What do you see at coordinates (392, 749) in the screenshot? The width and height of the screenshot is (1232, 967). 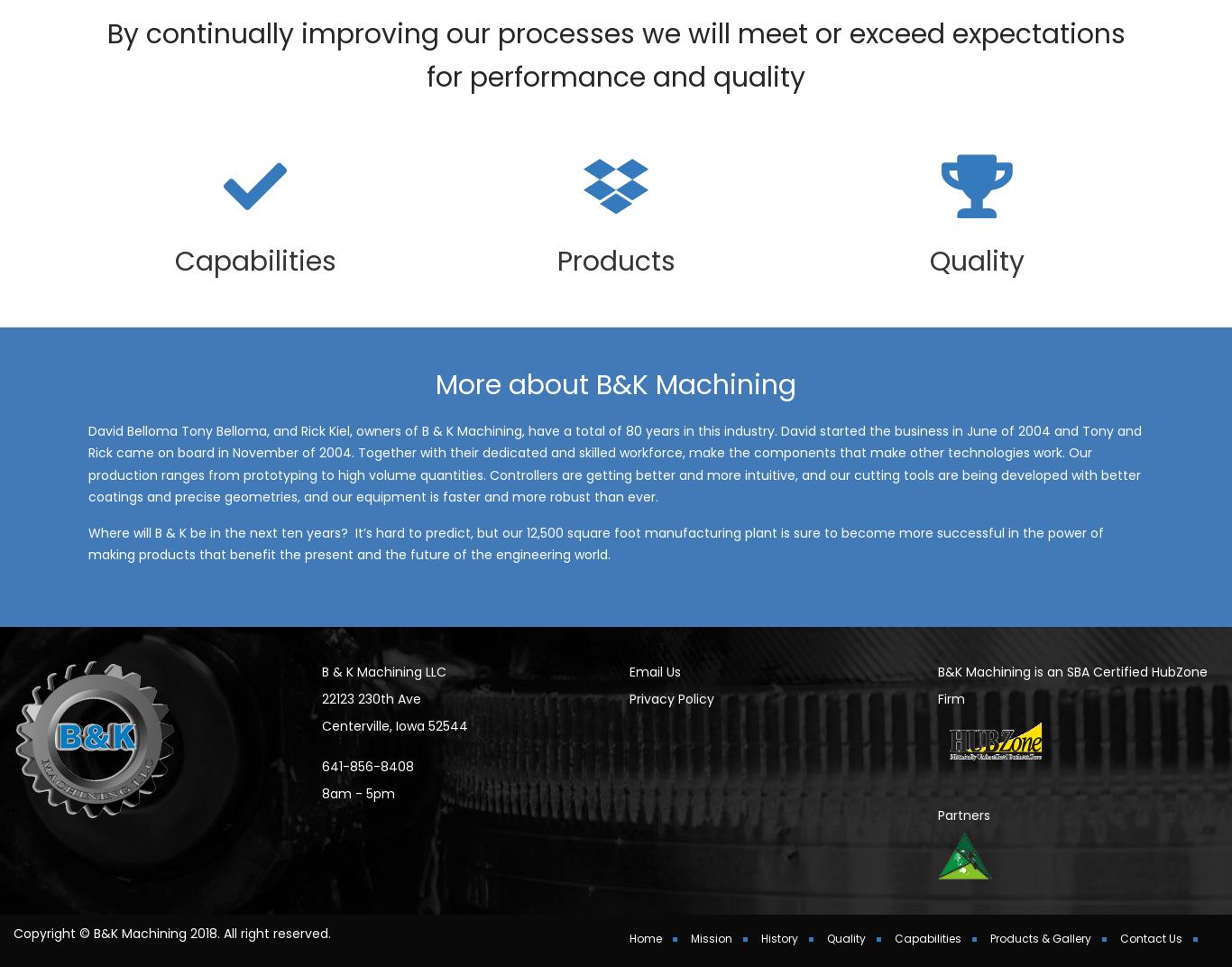 I see `'Centerville, Iowa 52544'` at bounding box center [392, 749].